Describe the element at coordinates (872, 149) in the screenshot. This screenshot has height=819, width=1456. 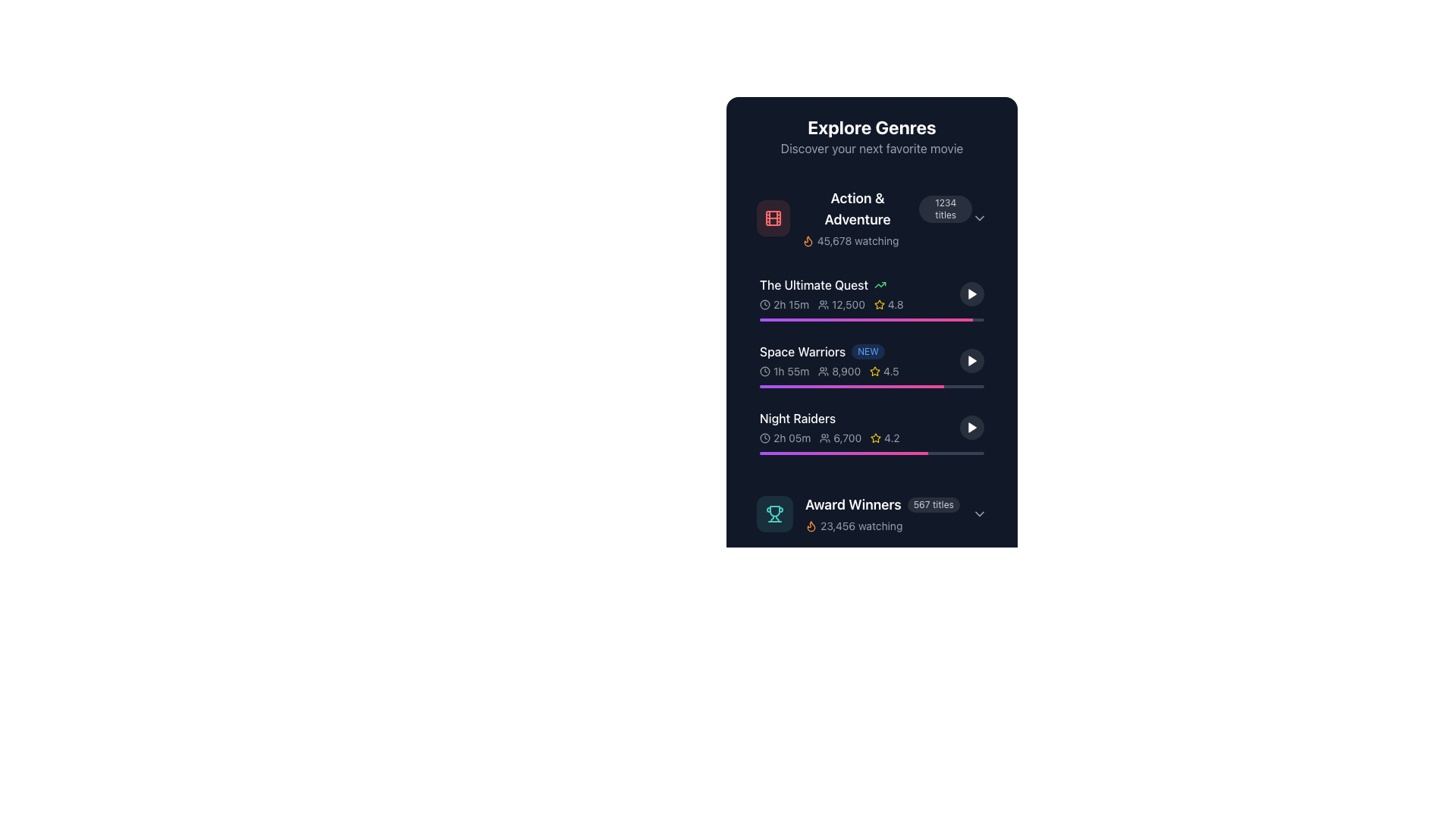
I see `the grey text label that reads 'Discover your next favorite movie', which is positioned below the bold white 'Explore Genres' heading` at that location.